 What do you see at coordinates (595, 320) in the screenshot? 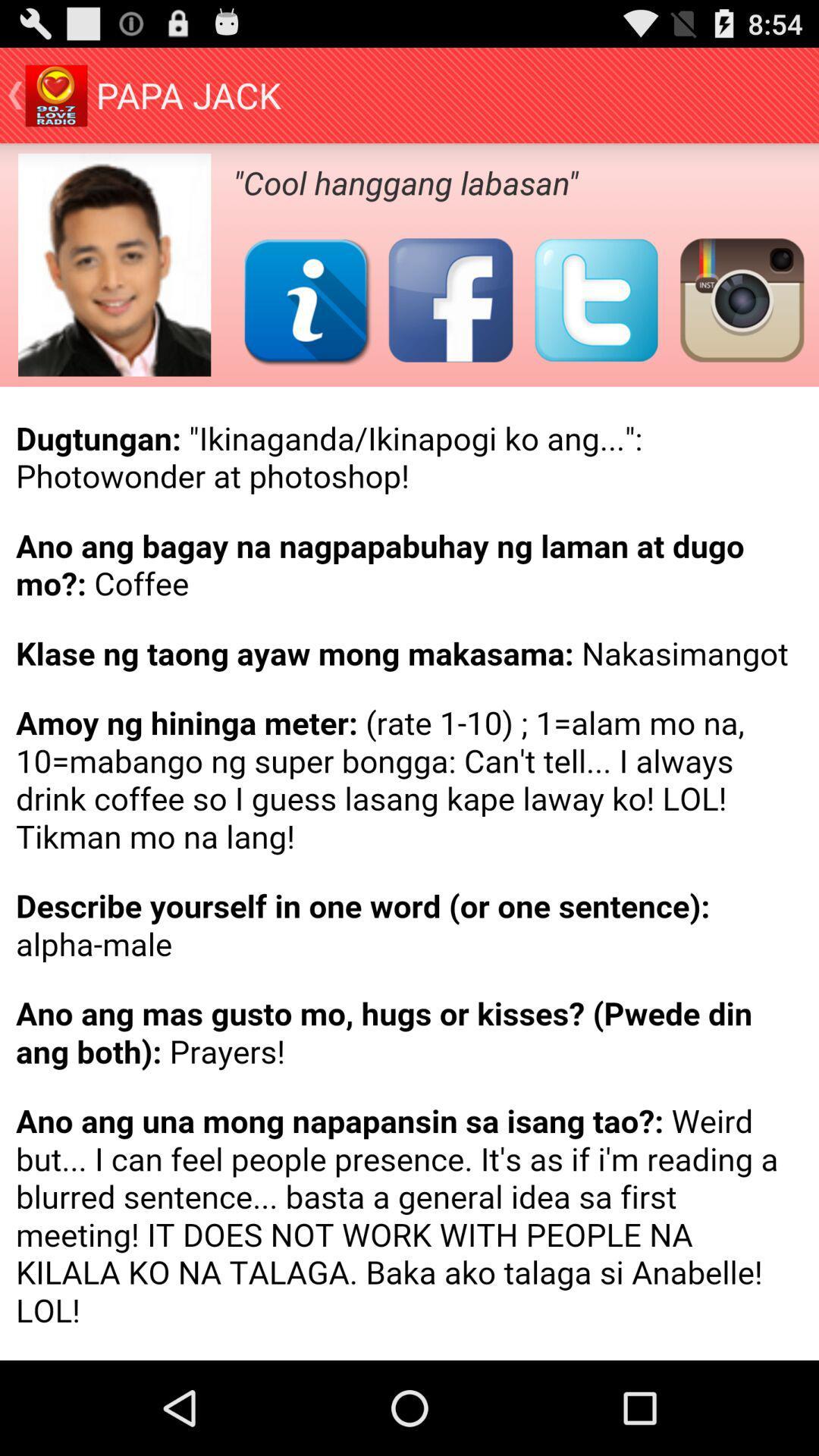
I see `the twitter icon` at bounding box center [595, 320].